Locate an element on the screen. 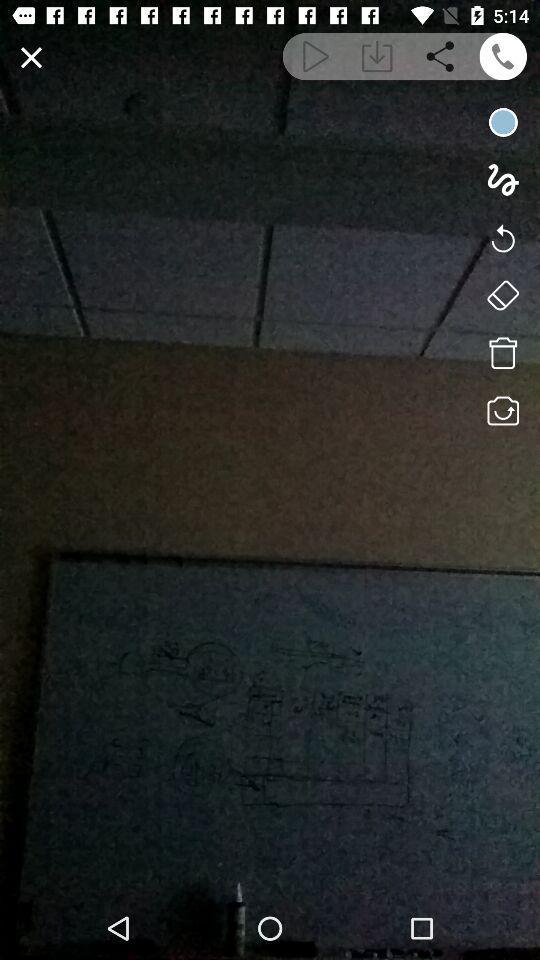 Image resolution: width=540 pixels, height=960 pixels. the play icon is located at coordinates (314, 55).